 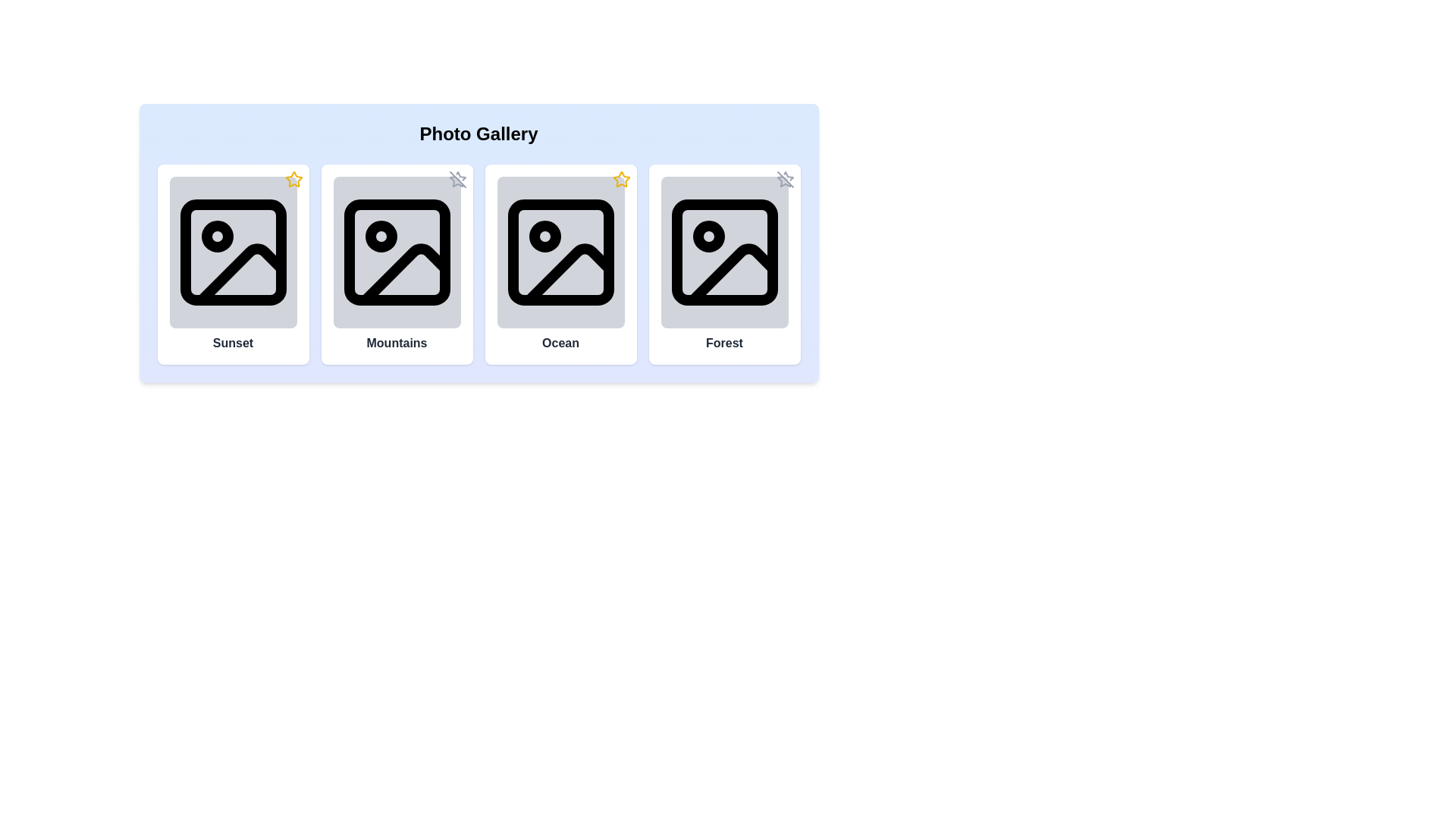 I want to click on the photo card labeled Sunset, so click(x=232, y=263).